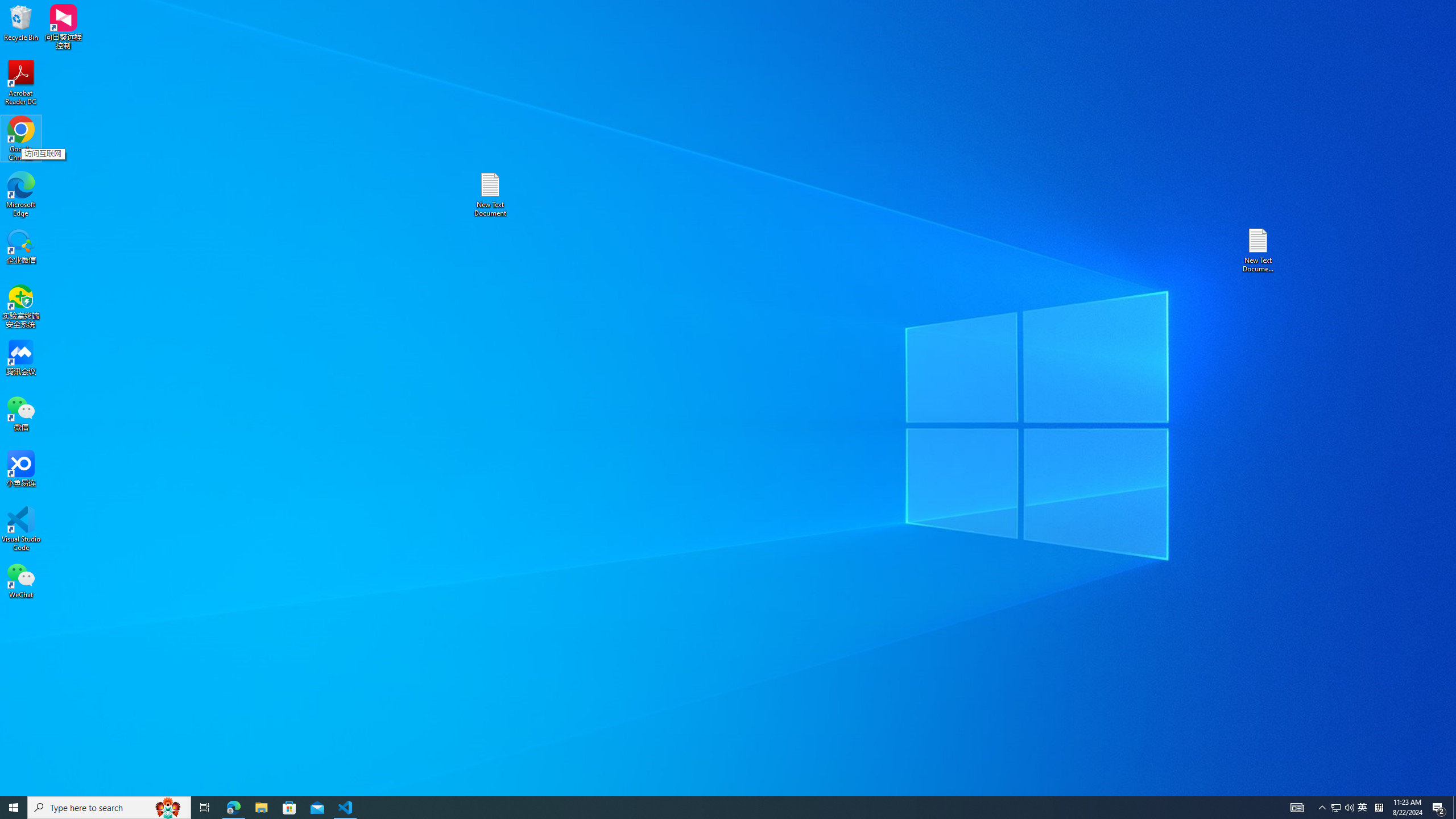 This screenshot has height=819, width=1456. I want to click on 'Running applications', so click(14, 806).